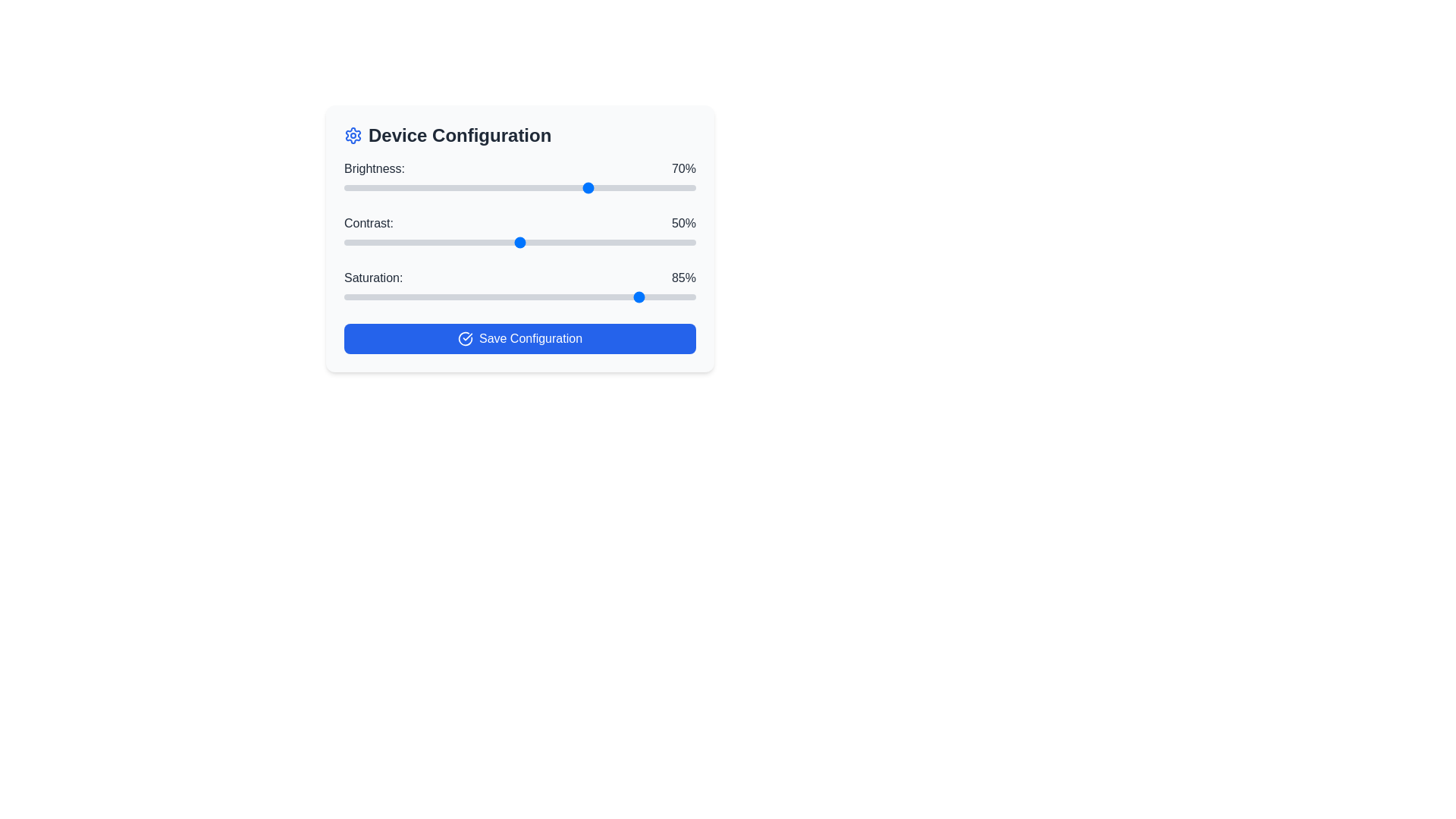 The image size is (1456, 819). Describe the element at coordinates (683, 169) in the screenshot. I see `the informational text label displaying the brightness setting, located at the far right of the 'Brightness' settings row` at that location.